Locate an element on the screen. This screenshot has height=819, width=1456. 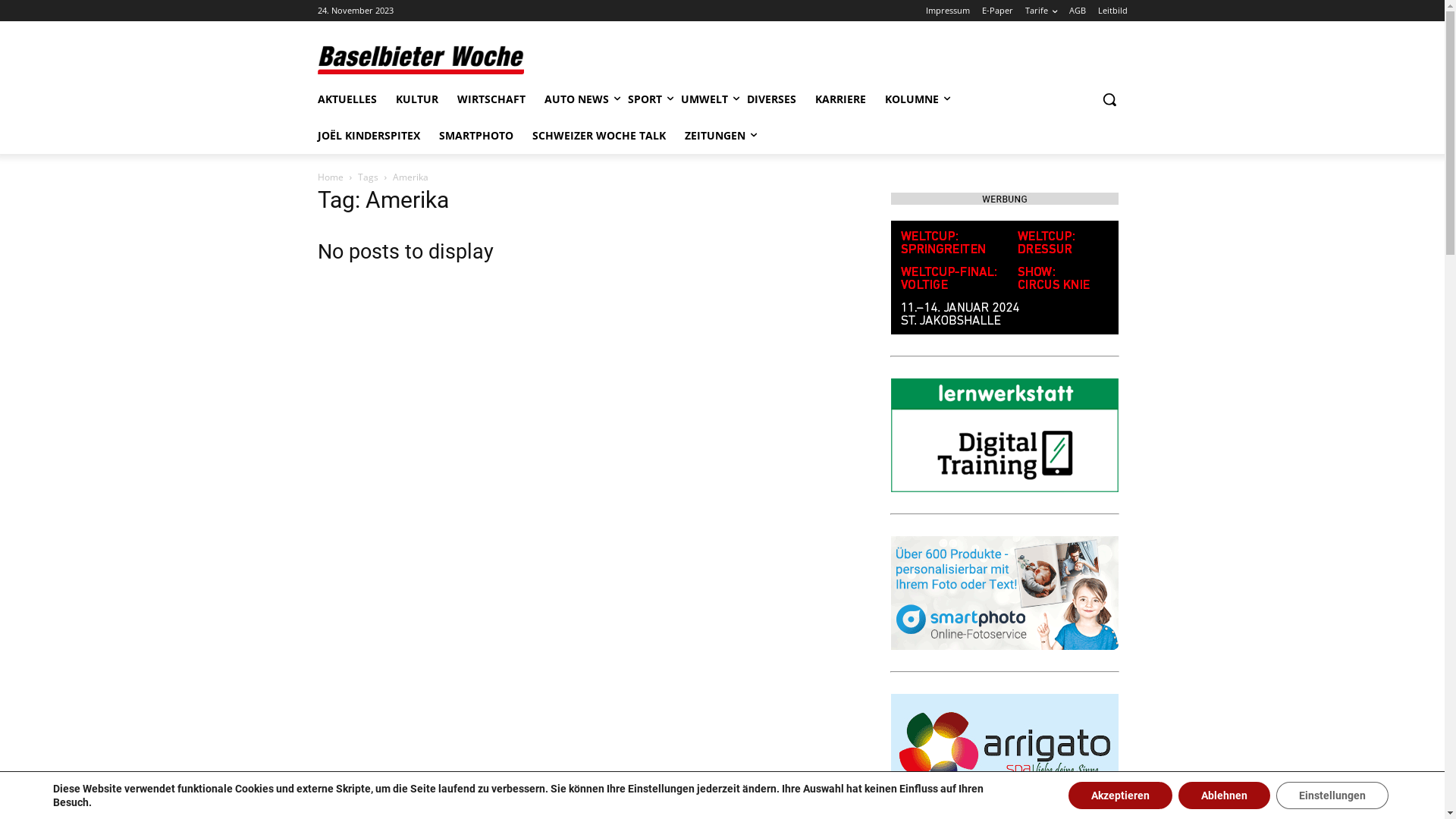
'SMARTPHOTO' is located at coordinates (475, 134).